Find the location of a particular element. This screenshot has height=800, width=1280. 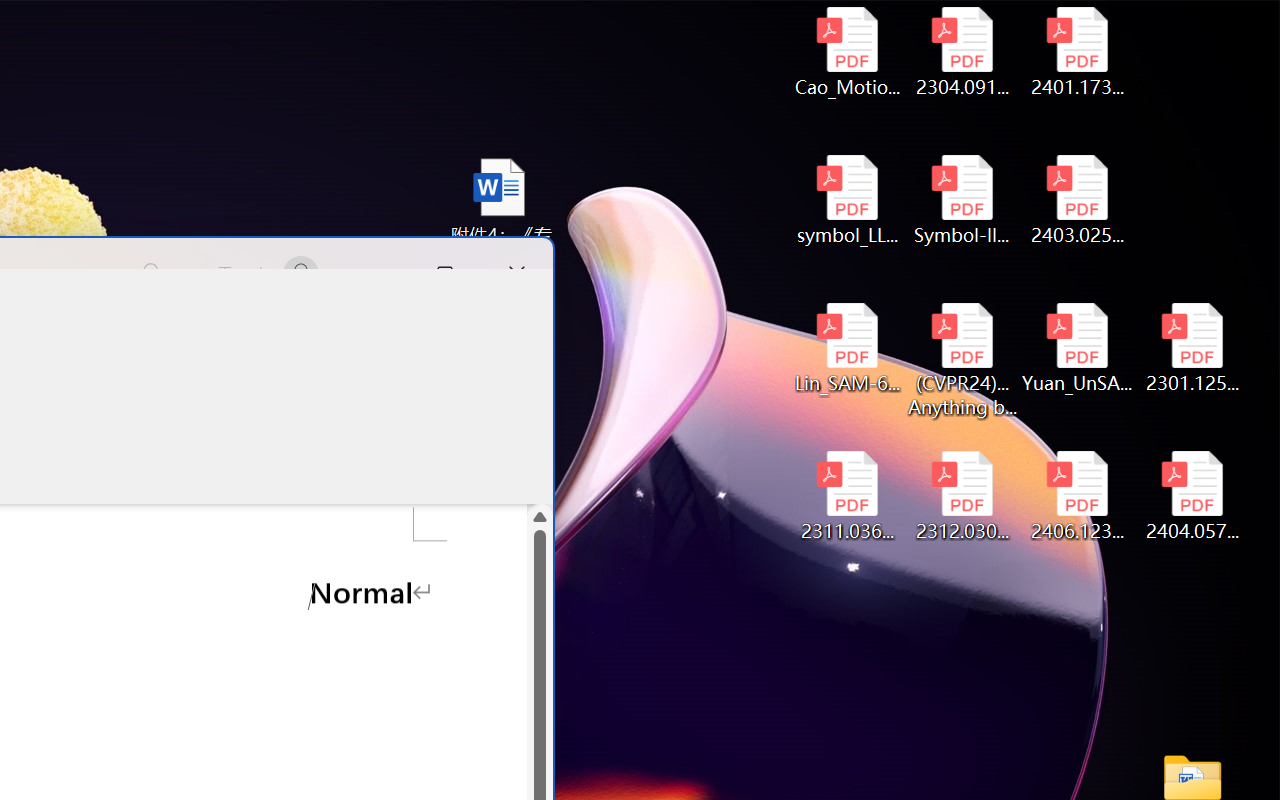

'(CVPR24)Matching Anything by Segmenting Anything.pdf' is located at coordinates (962, 360).